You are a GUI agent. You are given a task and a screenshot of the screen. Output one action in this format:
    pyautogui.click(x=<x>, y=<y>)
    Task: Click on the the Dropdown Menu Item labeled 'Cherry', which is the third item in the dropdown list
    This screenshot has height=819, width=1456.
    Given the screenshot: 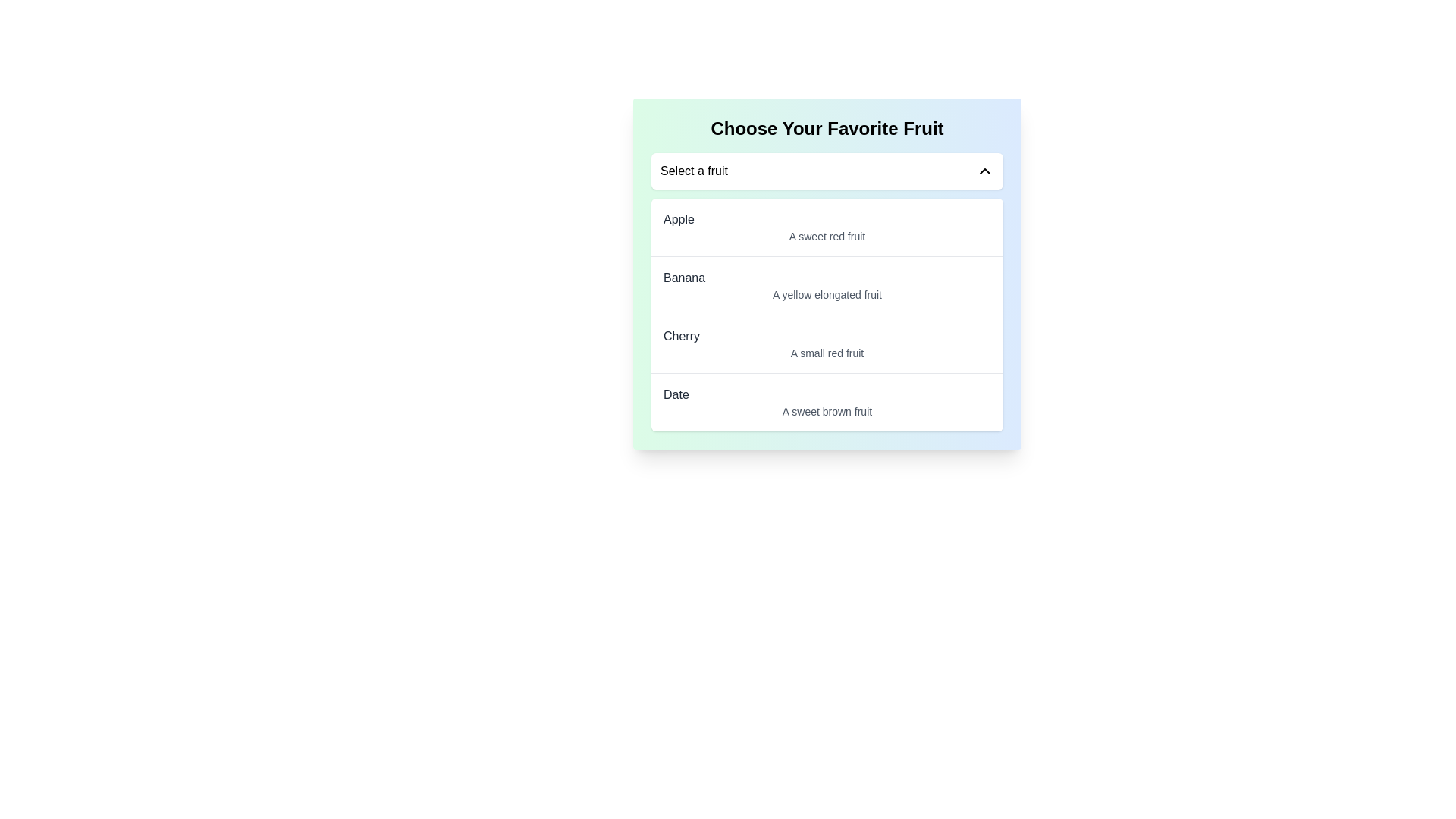 What is the action you would take?
    pyautogui.click(x=826, y=344)
    